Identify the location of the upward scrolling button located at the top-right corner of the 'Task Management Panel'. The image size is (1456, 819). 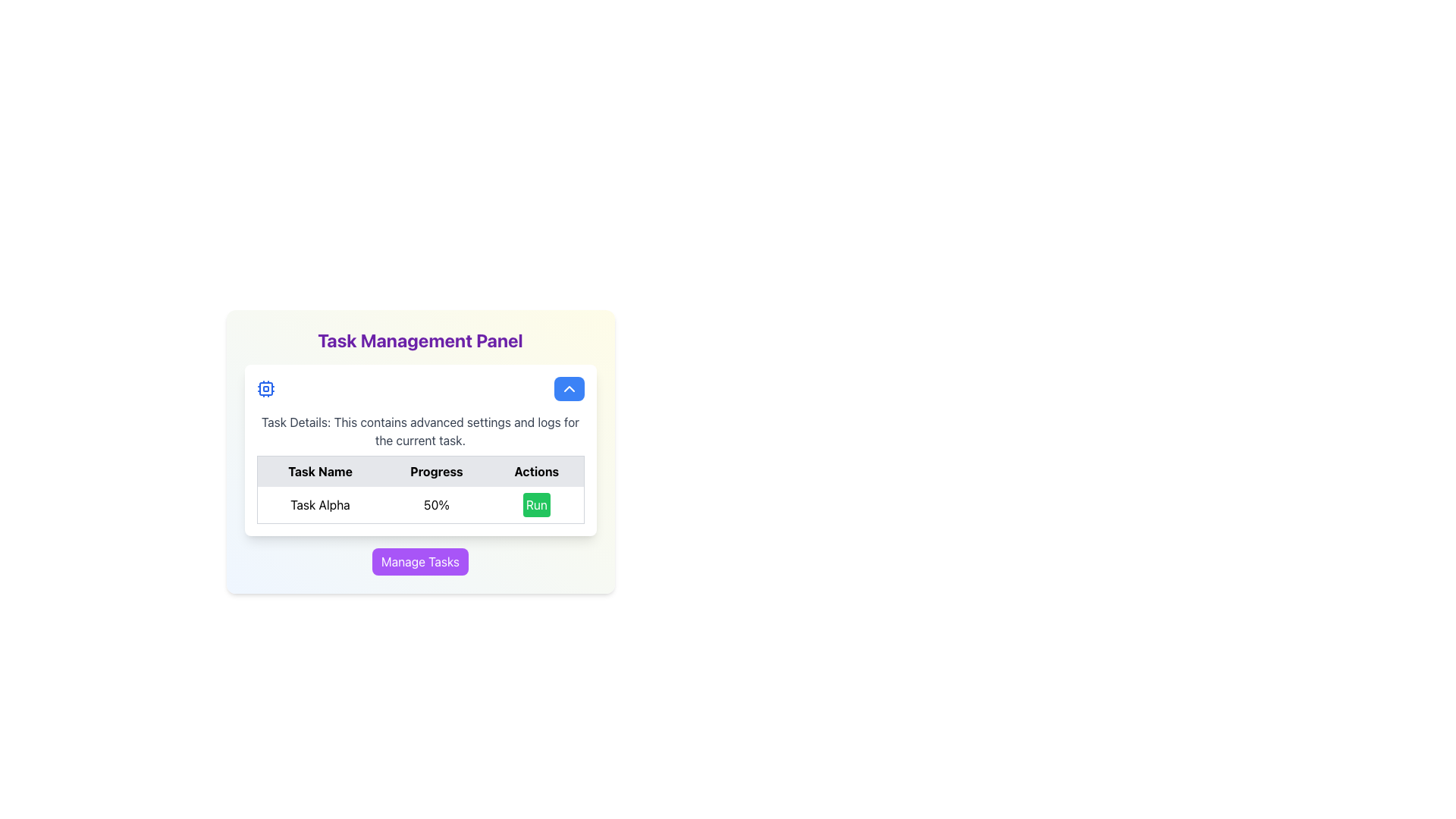
(568, 388).